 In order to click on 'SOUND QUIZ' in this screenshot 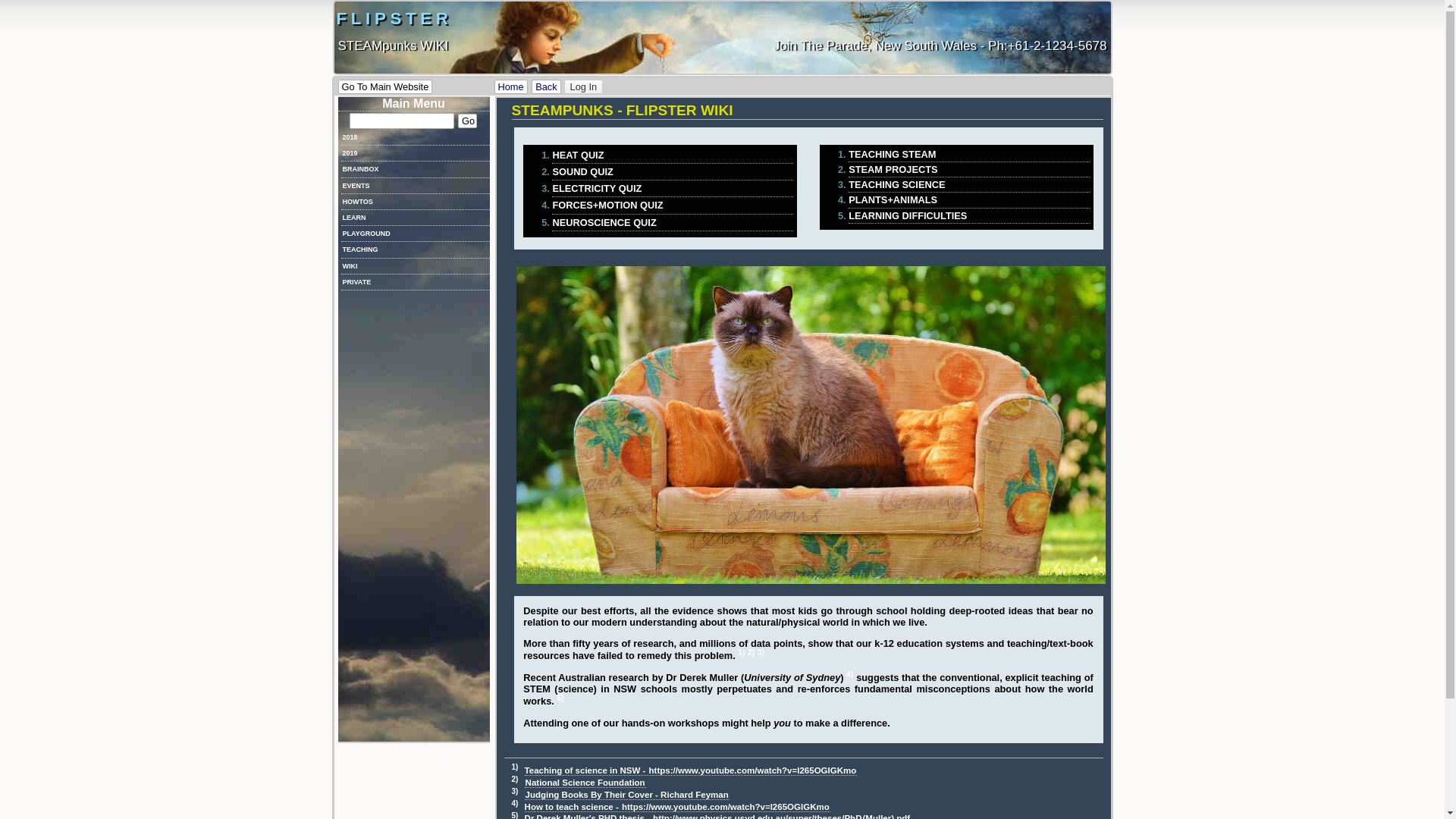, I will do `click(671, 171)`.